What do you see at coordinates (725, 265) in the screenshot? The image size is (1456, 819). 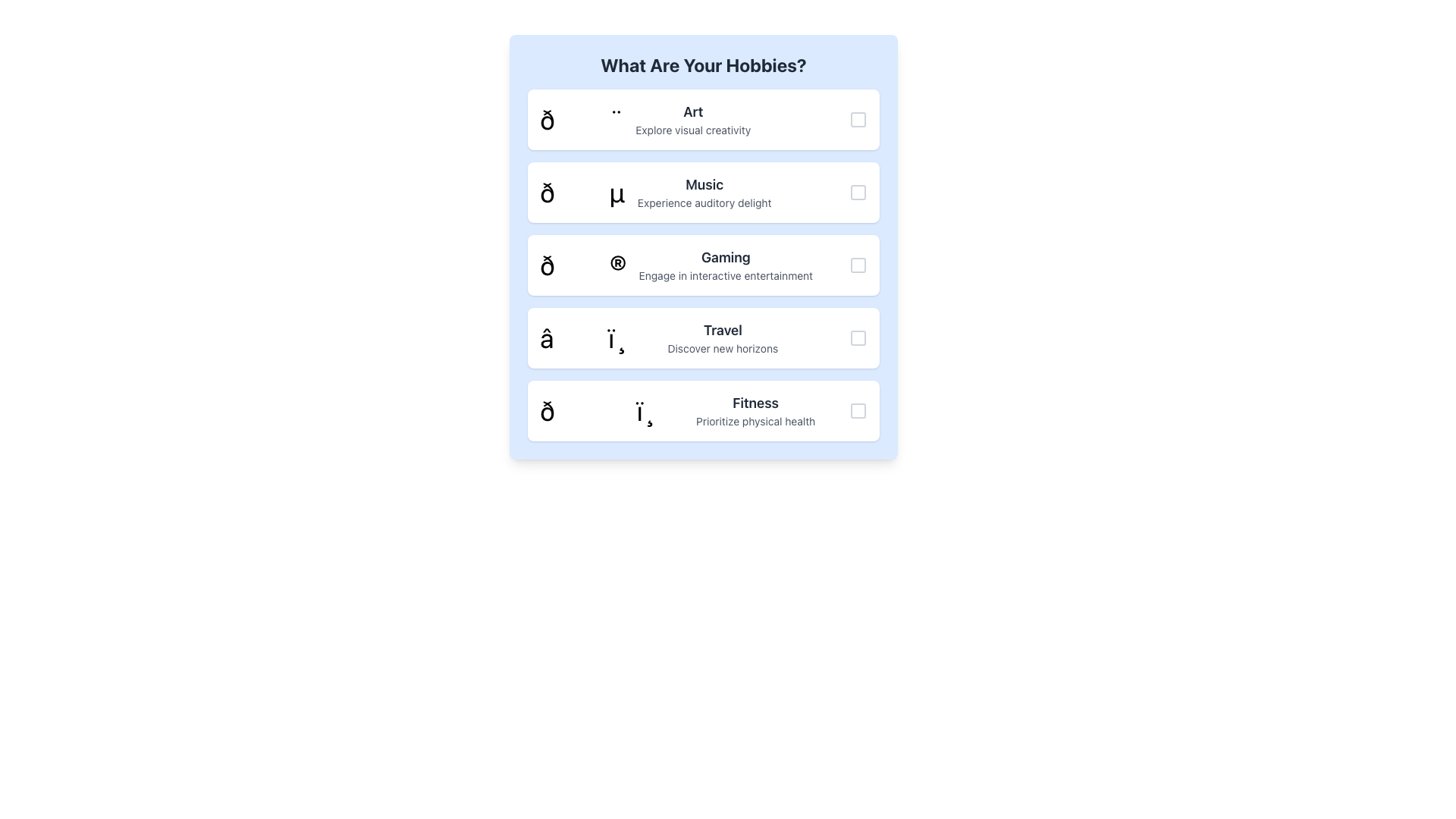 I see `the informational label for the 'Gaming' section, which provides the title and brief description, located centrally under the associated icon and between 'Music' and 'Travel'` at bounding box center [725, 265].